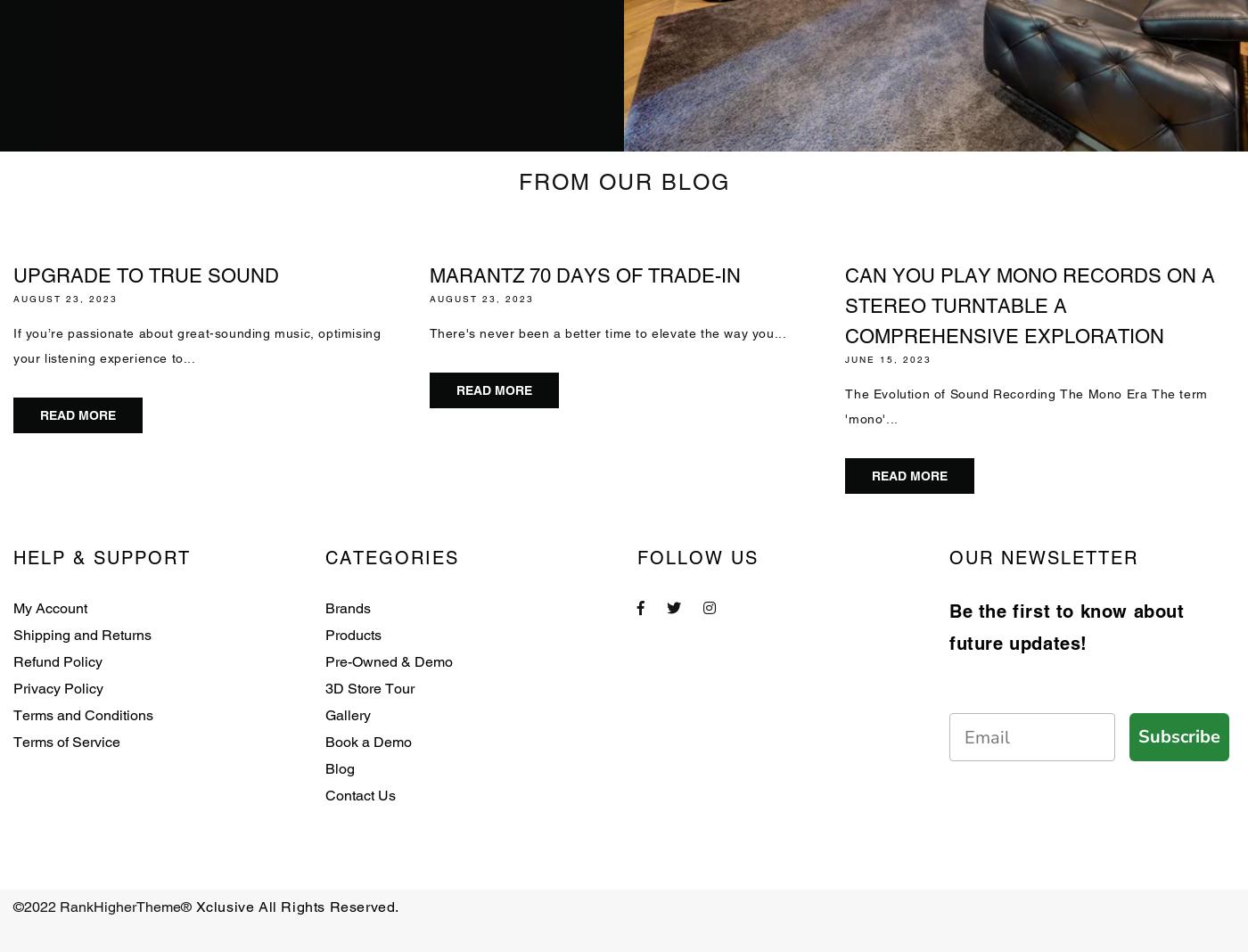 Image resolution: width=1248 pixels, height=952 pixels. Describe the element at coordinates (50, 608) in the screenshot. I see `'My Account'` at that location.